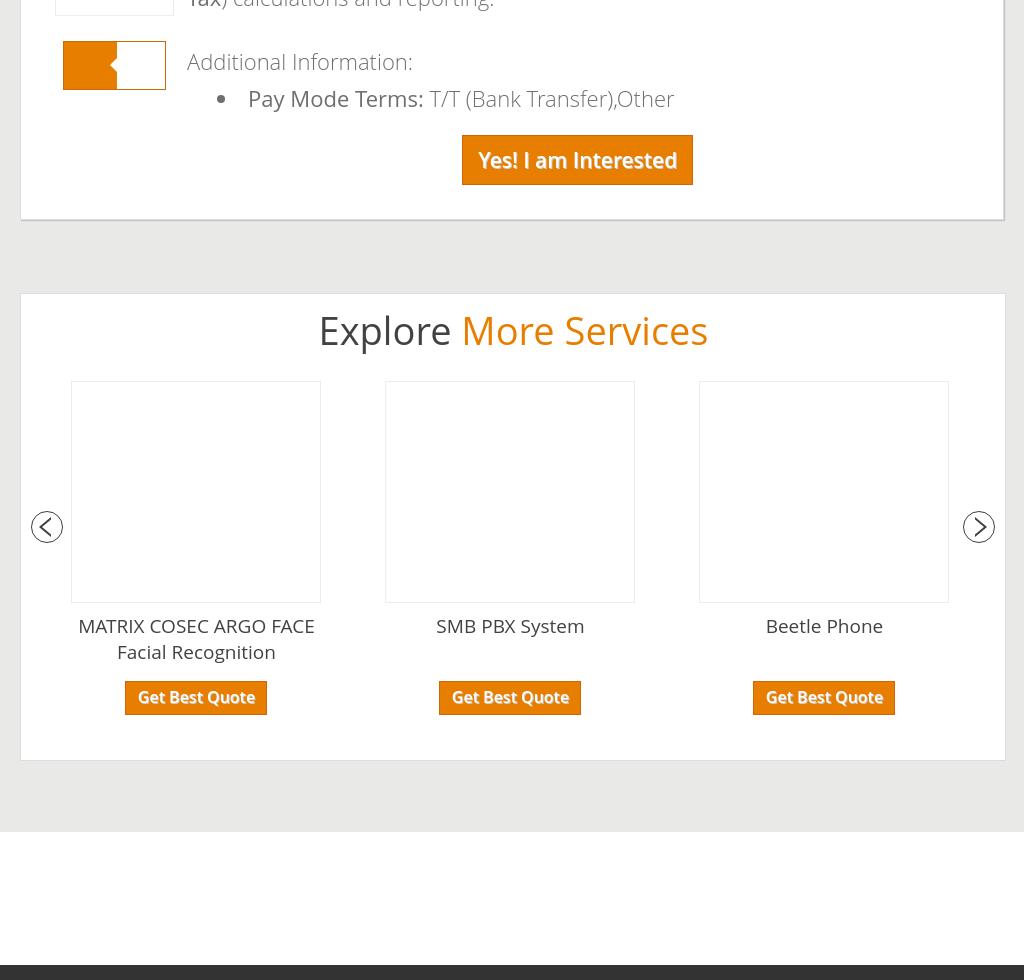 The height and width of the screenshot is (980, 1024). I want to click on 'Explore', so click(384, 329).